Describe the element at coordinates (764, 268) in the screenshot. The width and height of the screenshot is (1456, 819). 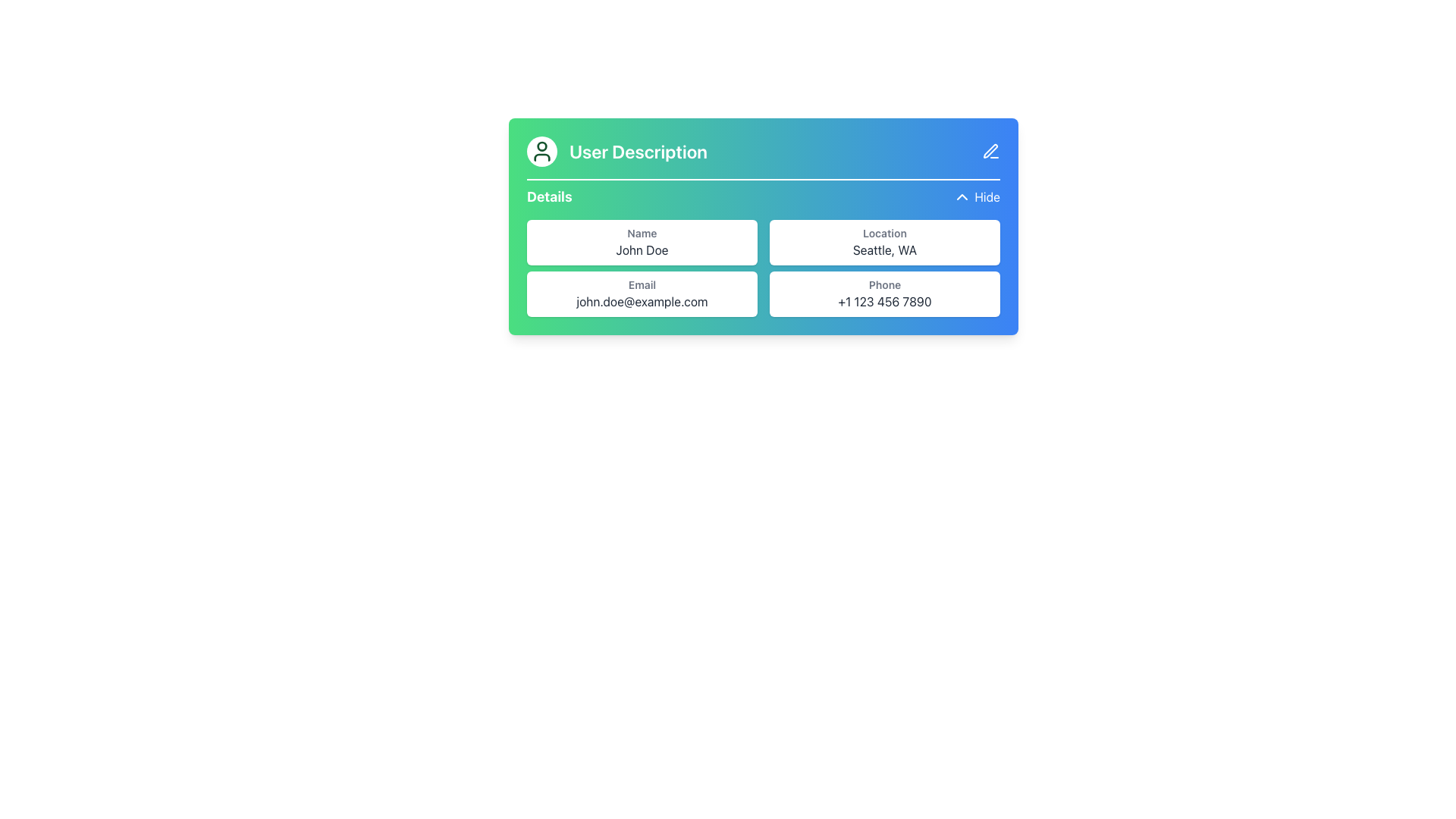
I see `text within the Information grid element, which contains titles and values such as 'Name', 'Location', 'Email', and 'Phone'` at that location.